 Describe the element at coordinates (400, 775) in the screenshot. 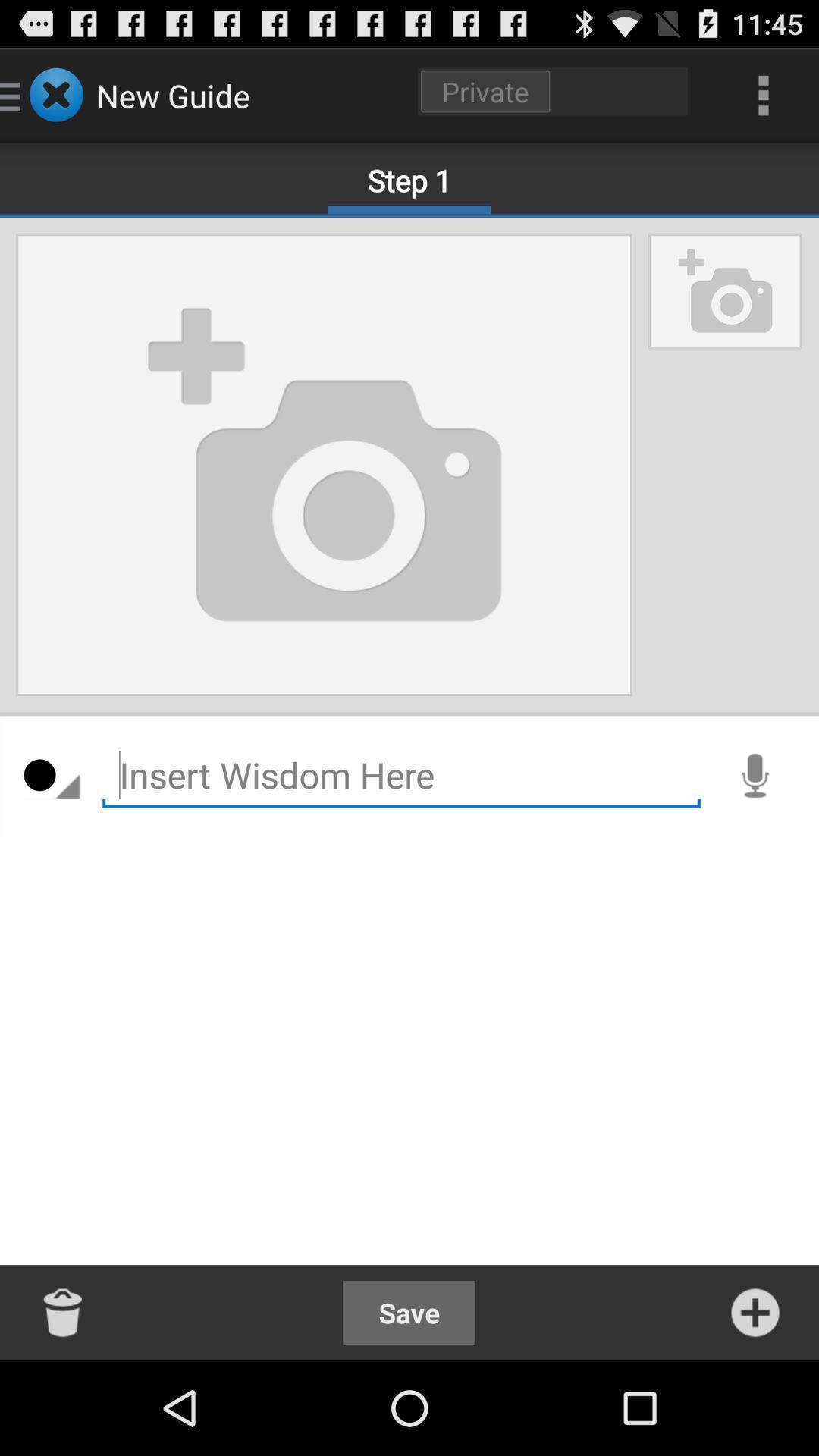

I see `text` at that location.